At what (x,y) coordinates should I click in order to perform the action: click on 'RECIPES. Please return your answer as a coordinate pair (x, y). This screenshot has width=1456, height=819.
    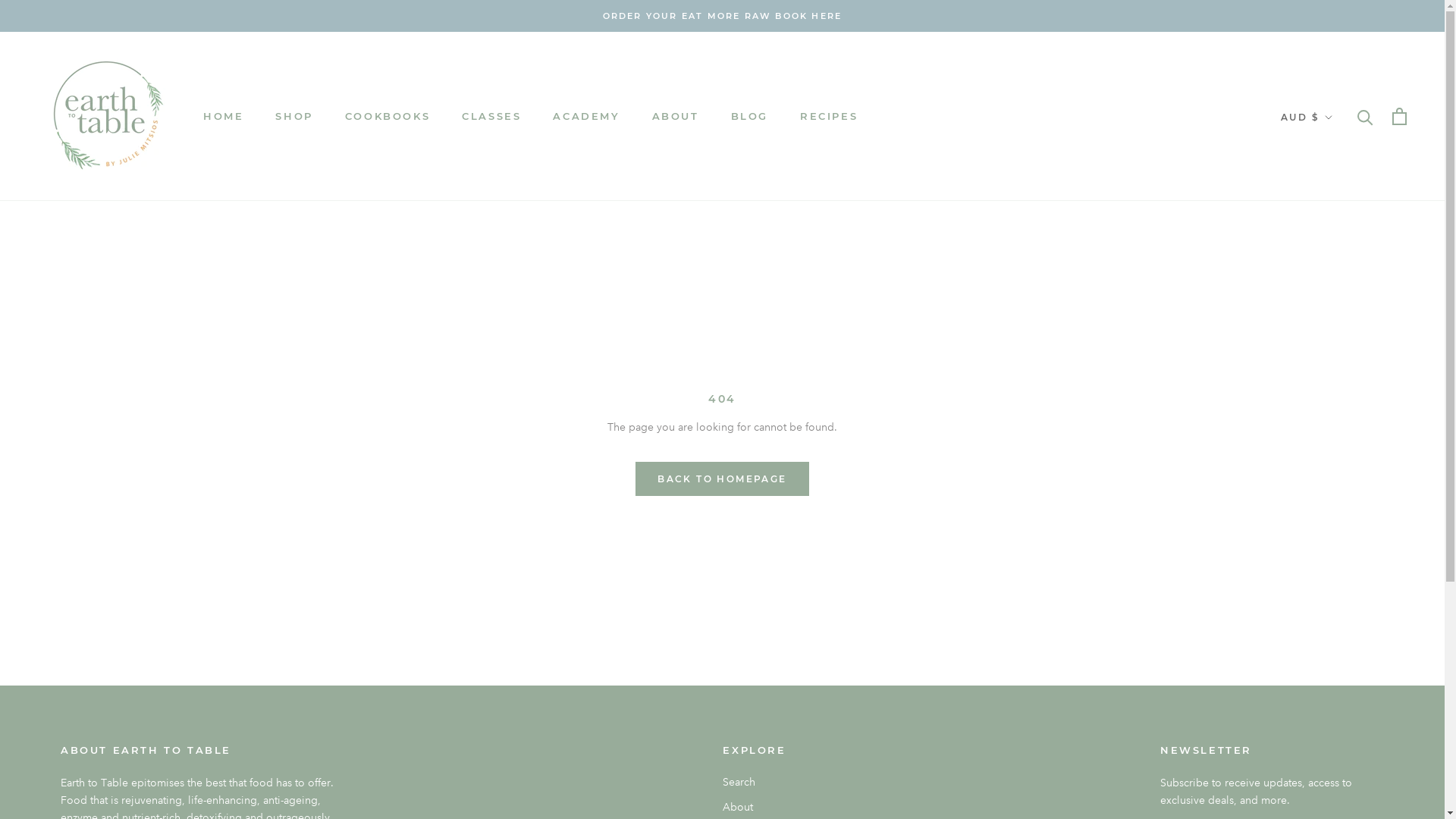
    Looking at the image, I should click on (828, 115).